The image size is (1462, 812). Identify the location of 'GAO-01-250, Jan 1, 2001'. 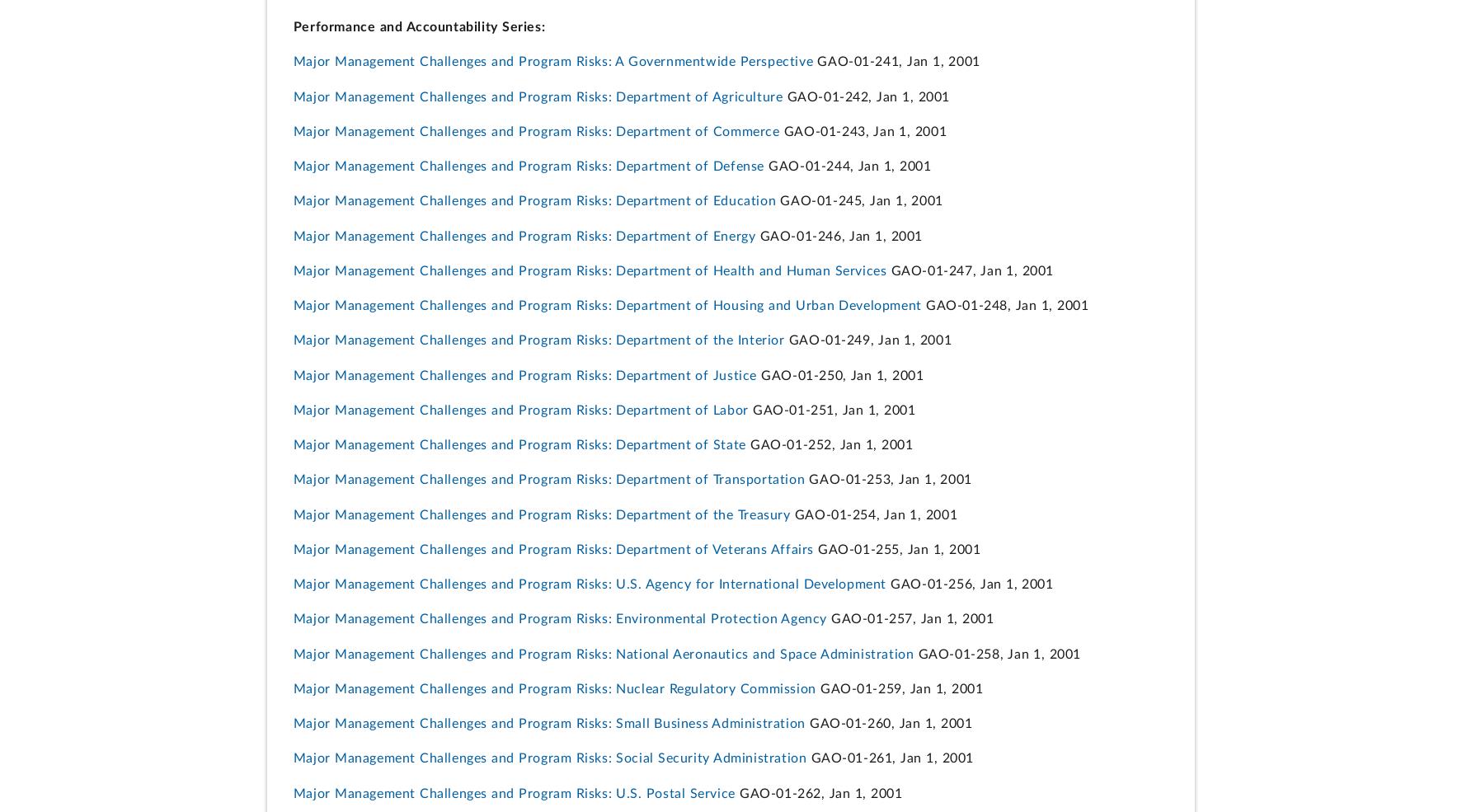
(839, 373).